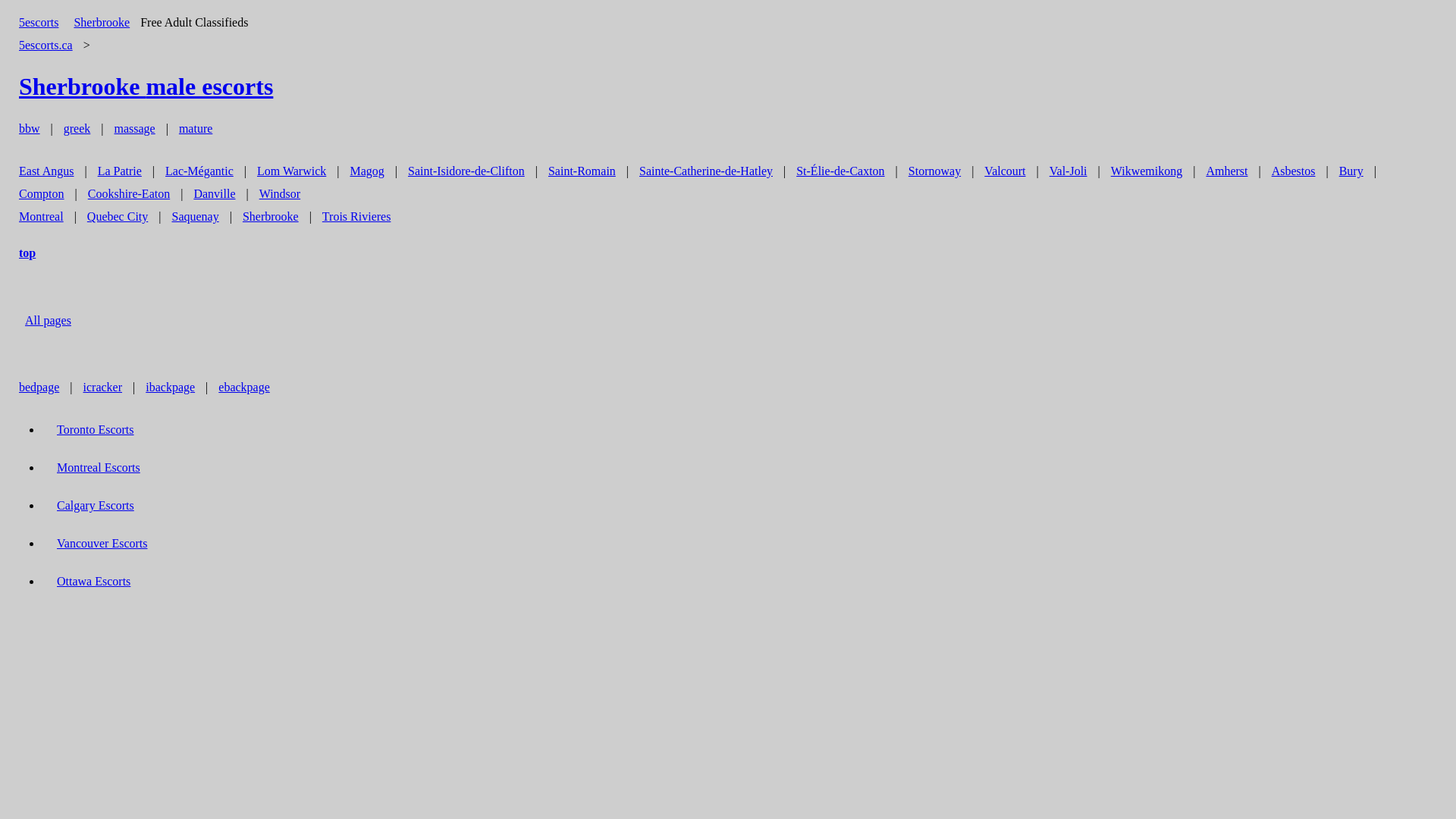 The image size is (1456, 819). What do you see at coordinates (934, 171) in the screenshot?
I see `'Stornoway'` at bounding box center [934, 171].